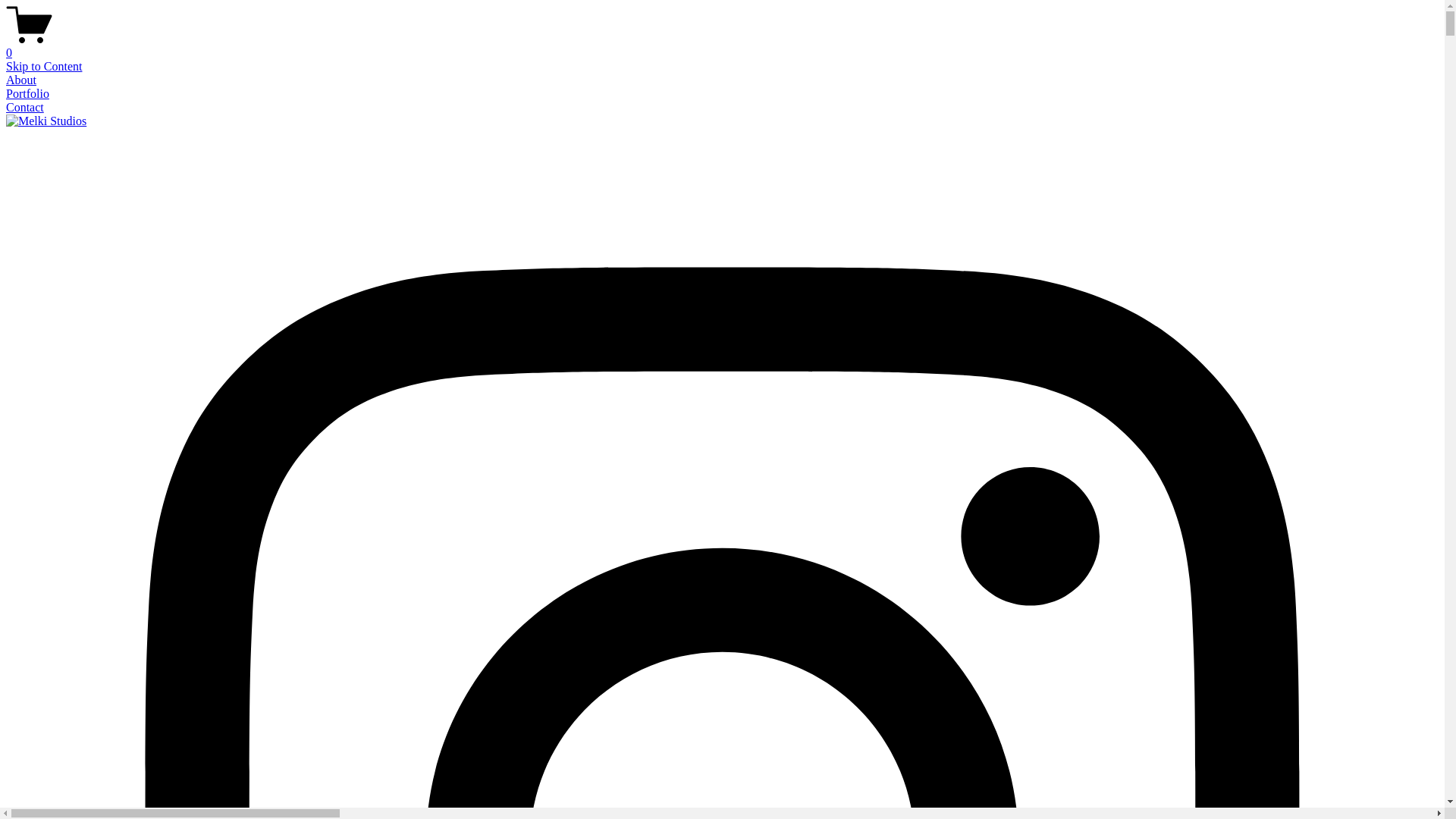  What do you see at coordinates (21, 80) in the screenshot?
I see `'About'` at bounding box center [21, 80].